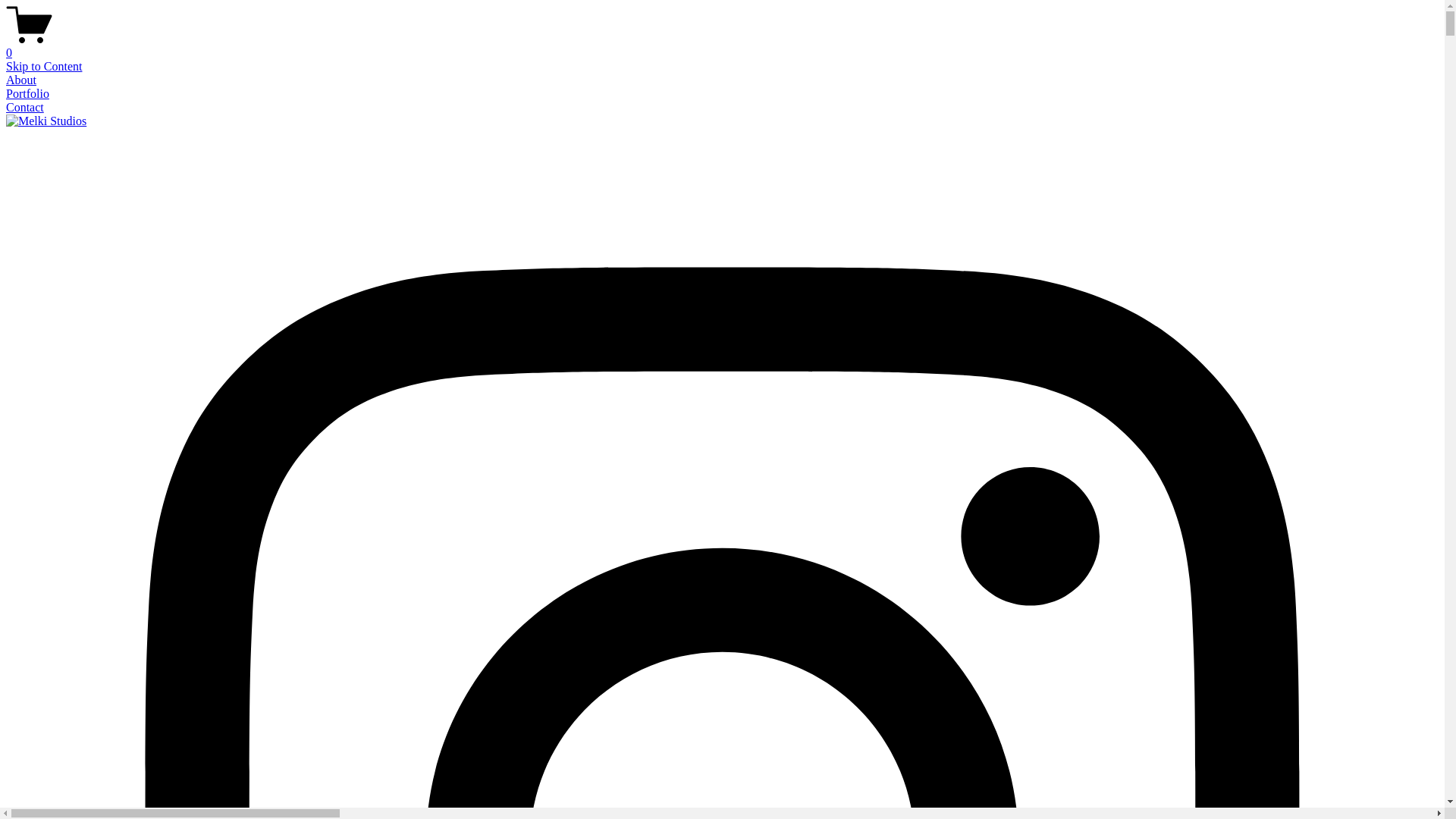  What do you see at coordinates (21, 80) in the screenshot?
I see `'About'` at bounding box center [21, 80].